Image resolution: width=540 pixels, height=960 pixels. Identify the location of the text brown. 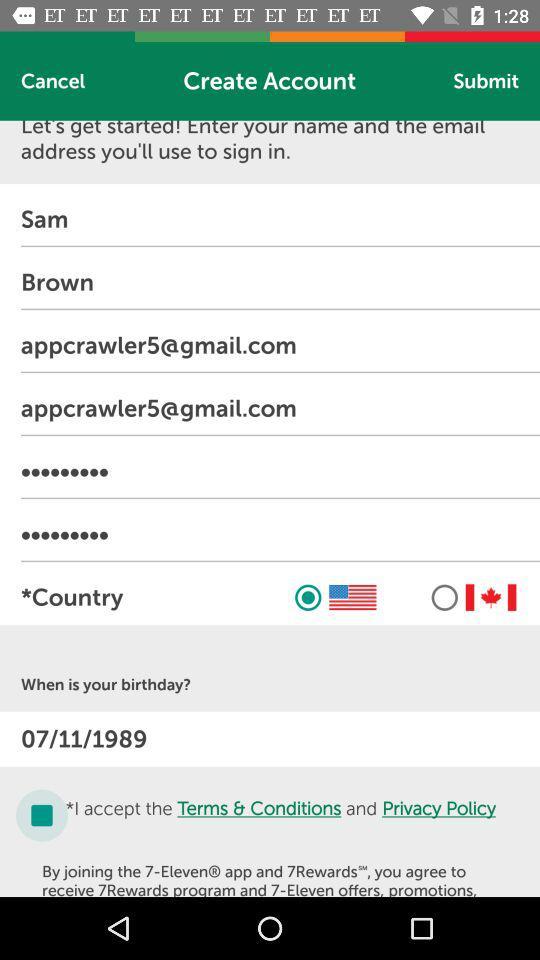
(279, 281).